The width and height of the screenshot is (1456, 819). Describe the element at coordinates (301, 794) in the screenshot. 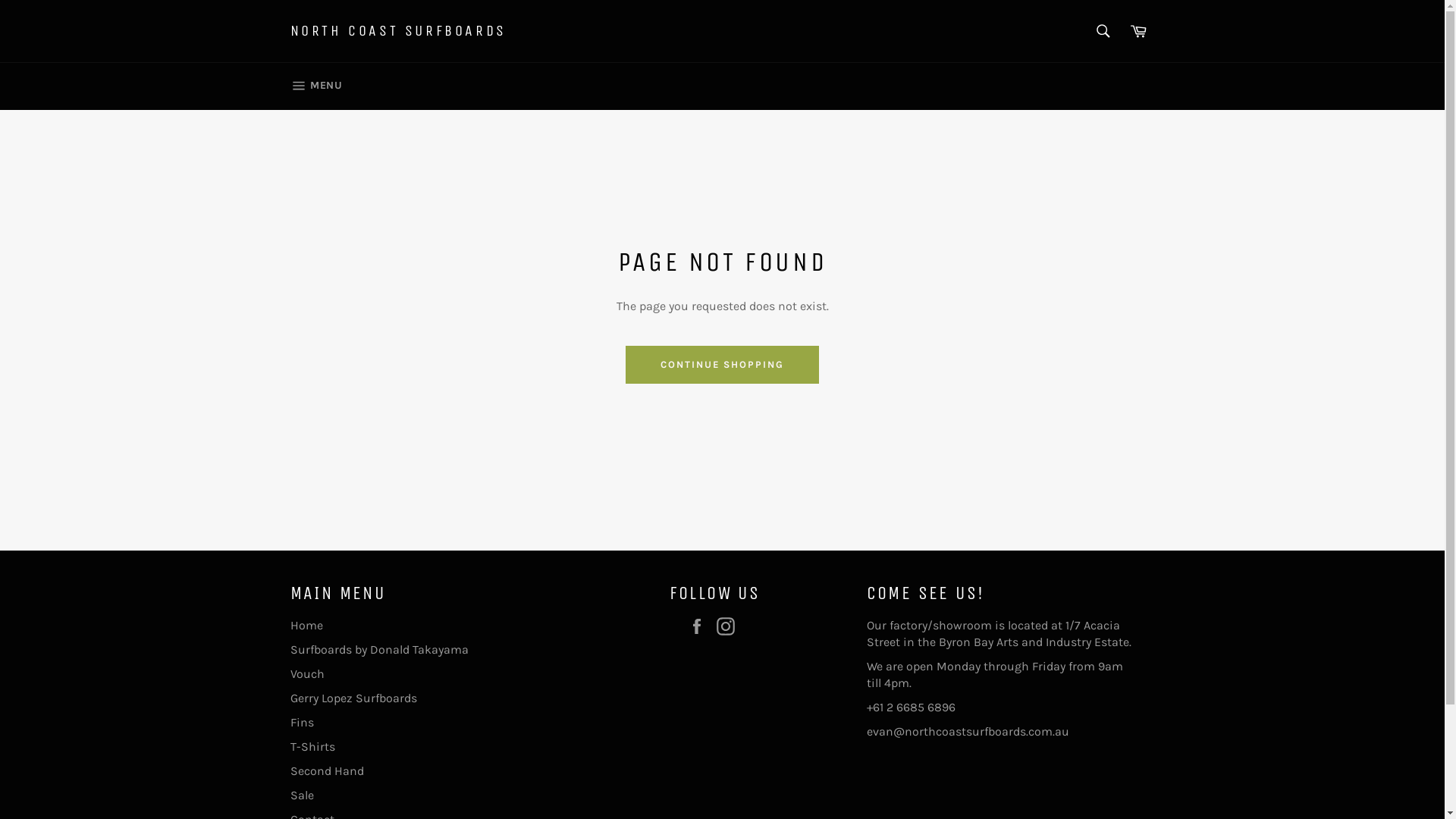

I see `'Sale'` at that location.